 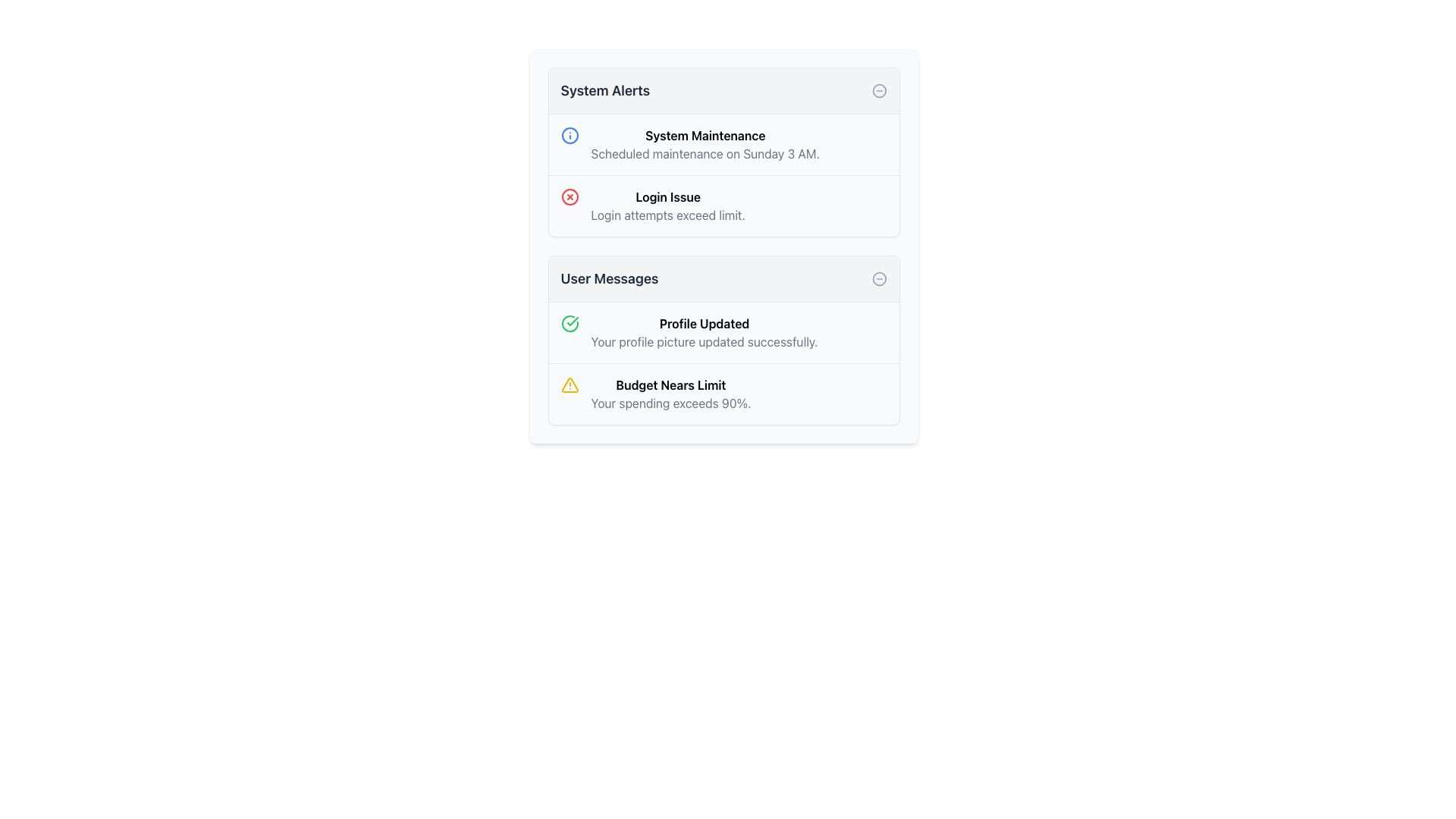 What do you see at coordinates (879, 278) in the screenshot?
I see `the circular icon button with a minus sign in the 'User Messages' section` at bounding box center [879, 278].